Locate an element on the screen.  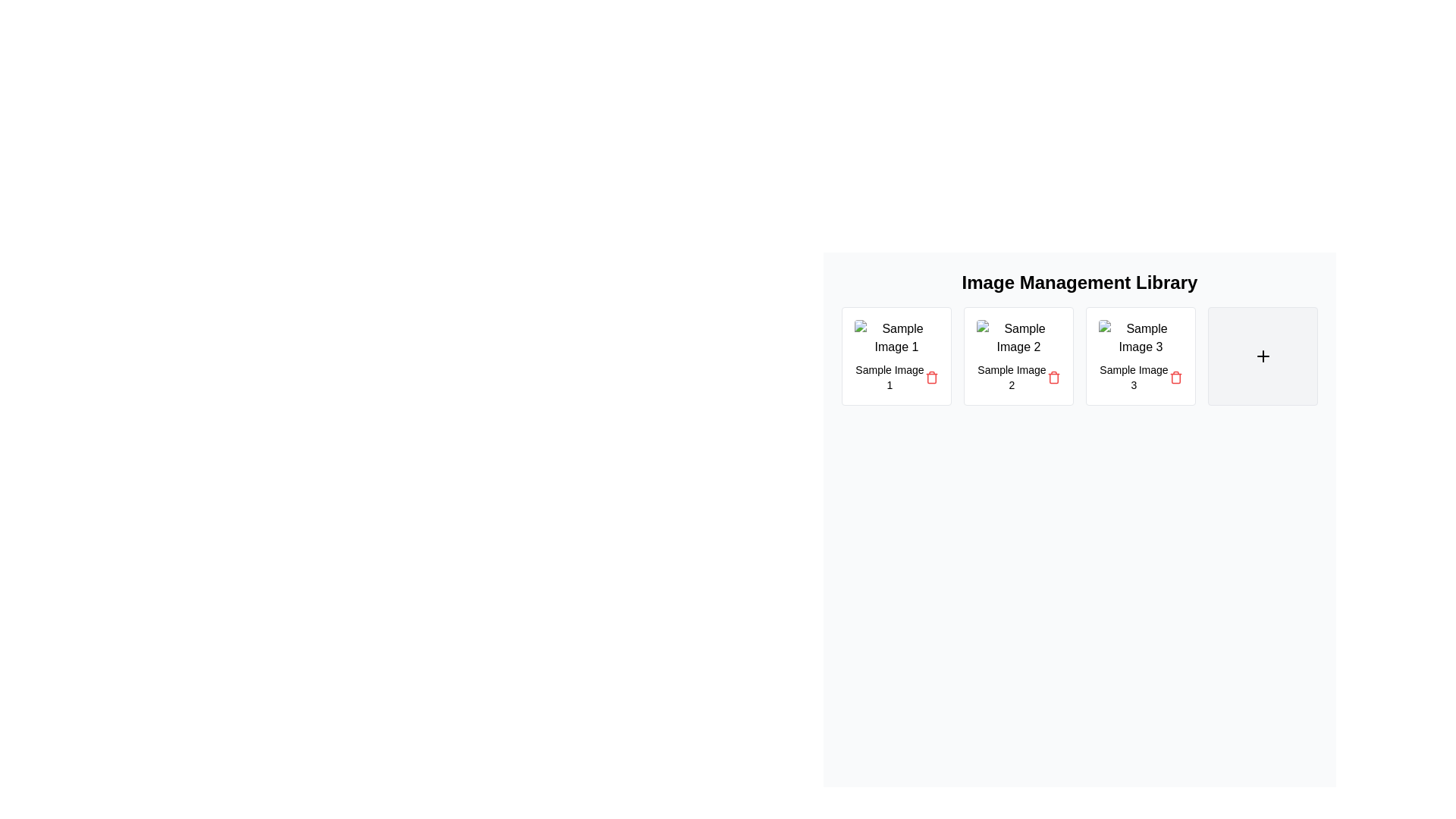
the text display element labeled 'Sample Image 3' which is aligned to the left and located below the corresponding image in the grid is located at coordinates (1141, 376).